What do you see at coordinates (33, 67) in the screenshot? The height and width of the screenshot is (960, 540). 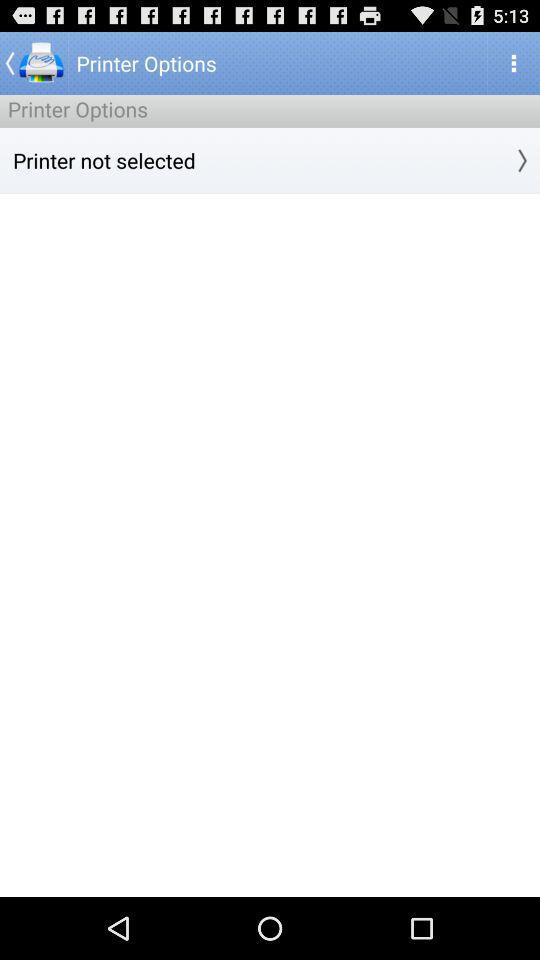 I see `the arrow_backward icon` at bounding box center [33, 67].